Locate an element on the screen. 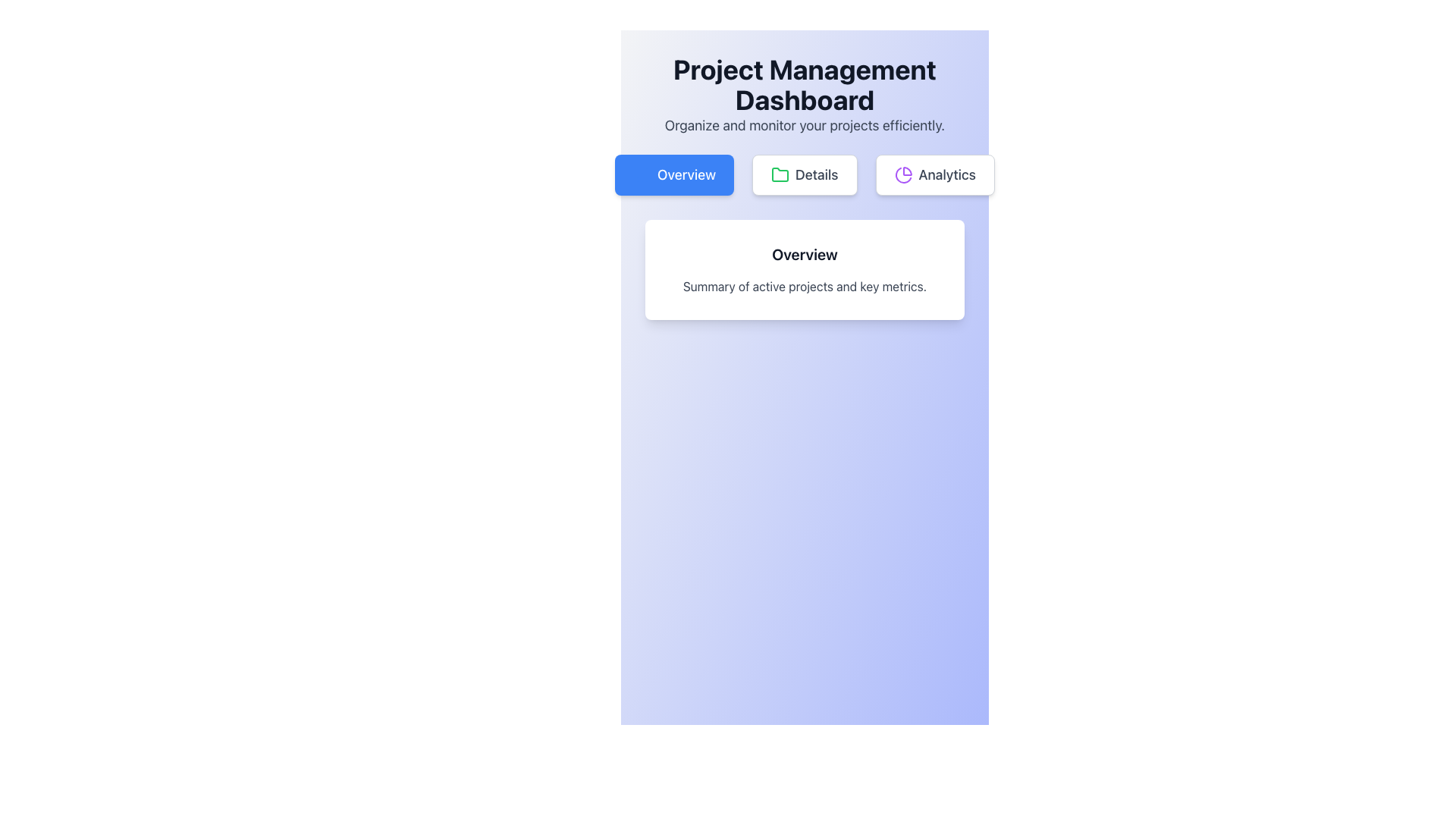 The height and width of the screenshot is (819, 1456). the 'Details' button icon which represents folder content or organization, located centrally in the interface under the header section is located at coordinates (780, 174).